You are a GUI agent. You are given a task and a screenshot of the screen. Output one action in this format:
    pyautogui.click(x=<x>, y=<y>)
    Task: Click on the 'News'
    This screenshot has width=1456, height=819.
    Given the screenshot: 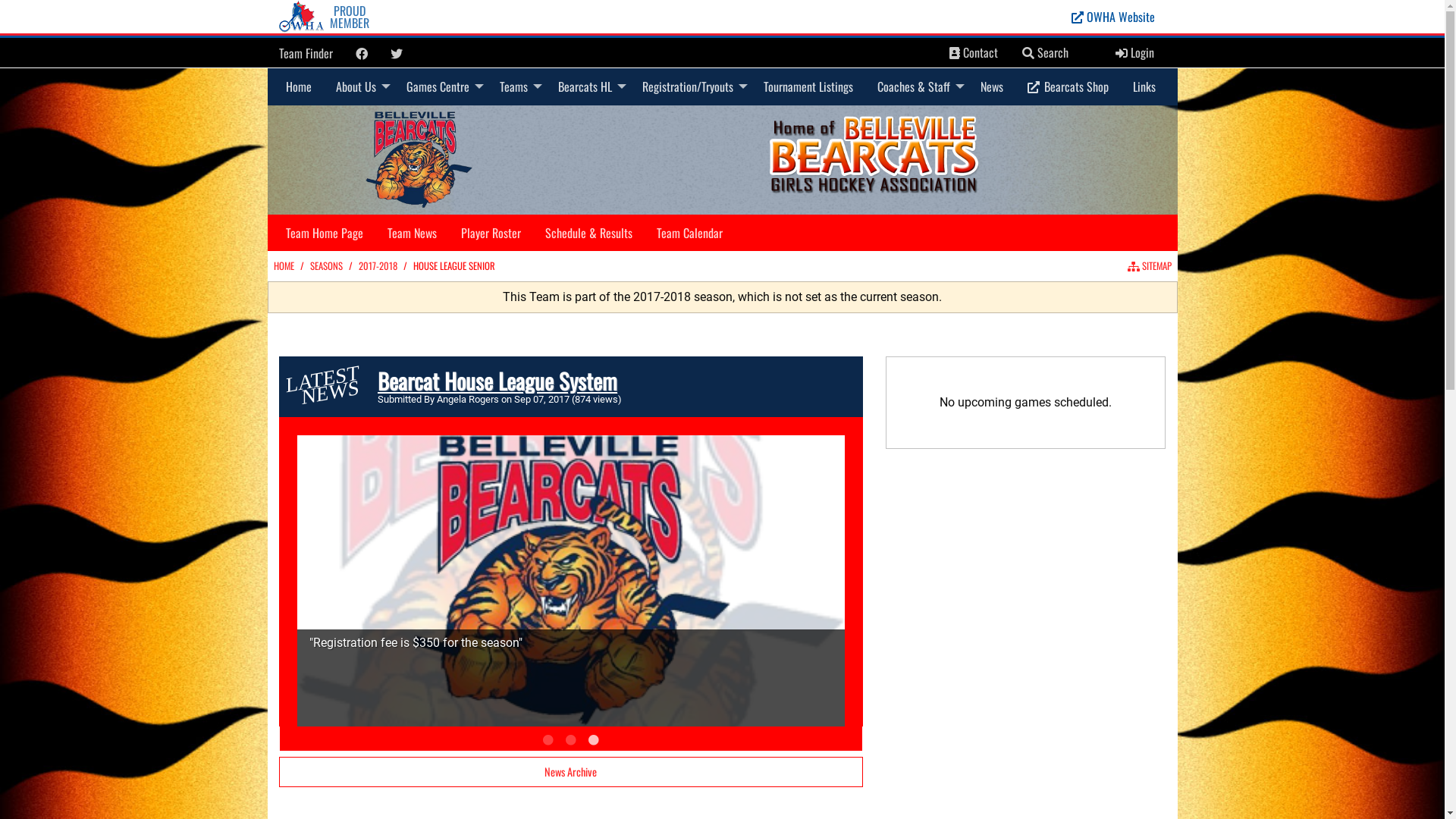 What is the action you would take?
    pyautogui.click(x=990, y=86)
    